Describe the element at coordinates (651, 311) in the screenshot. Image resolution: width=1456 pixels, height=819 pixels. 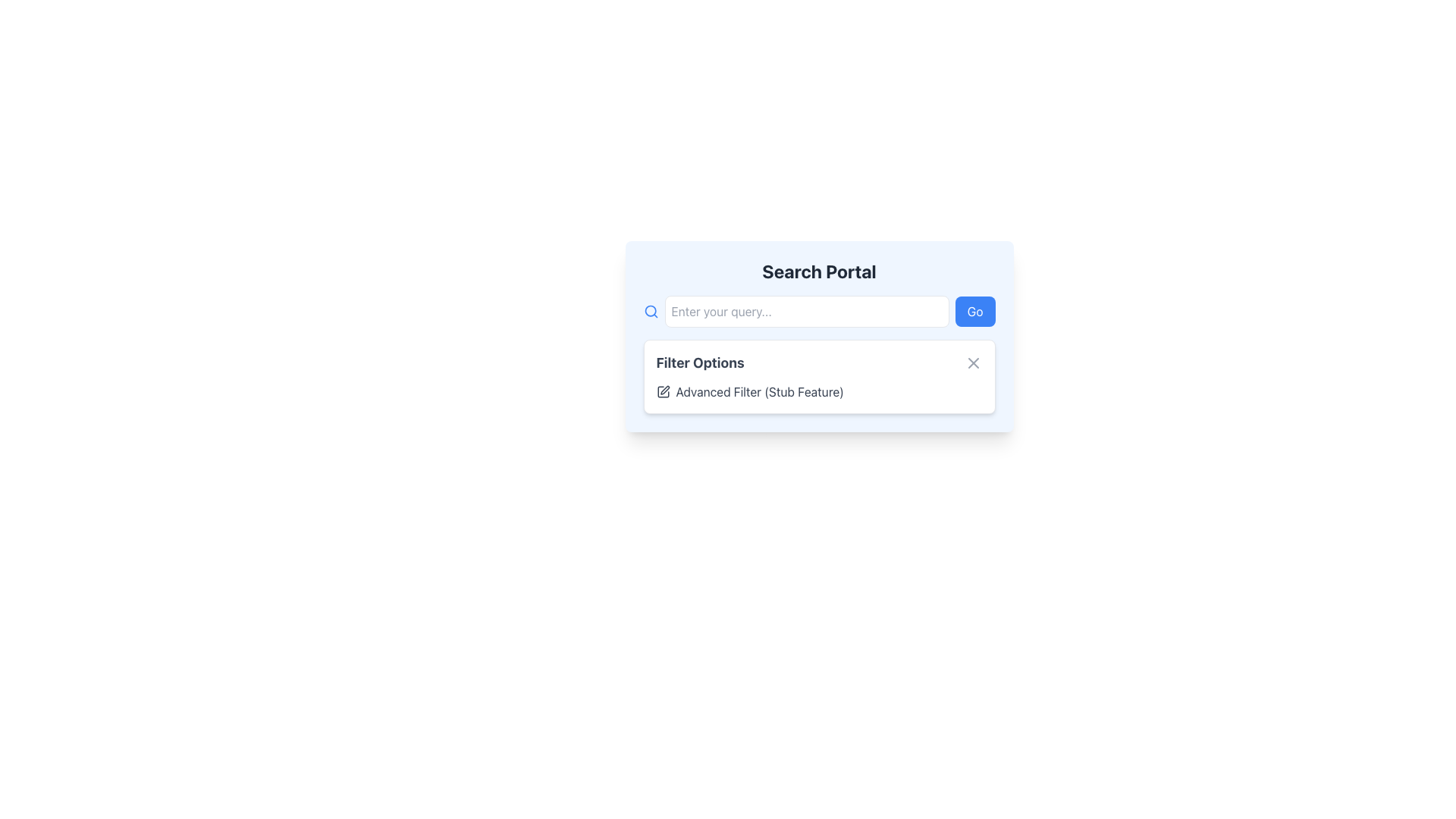
I see `the search icon located to the immediate left of the input field in the 'Search Portal' interface to initiate a search` at that location.